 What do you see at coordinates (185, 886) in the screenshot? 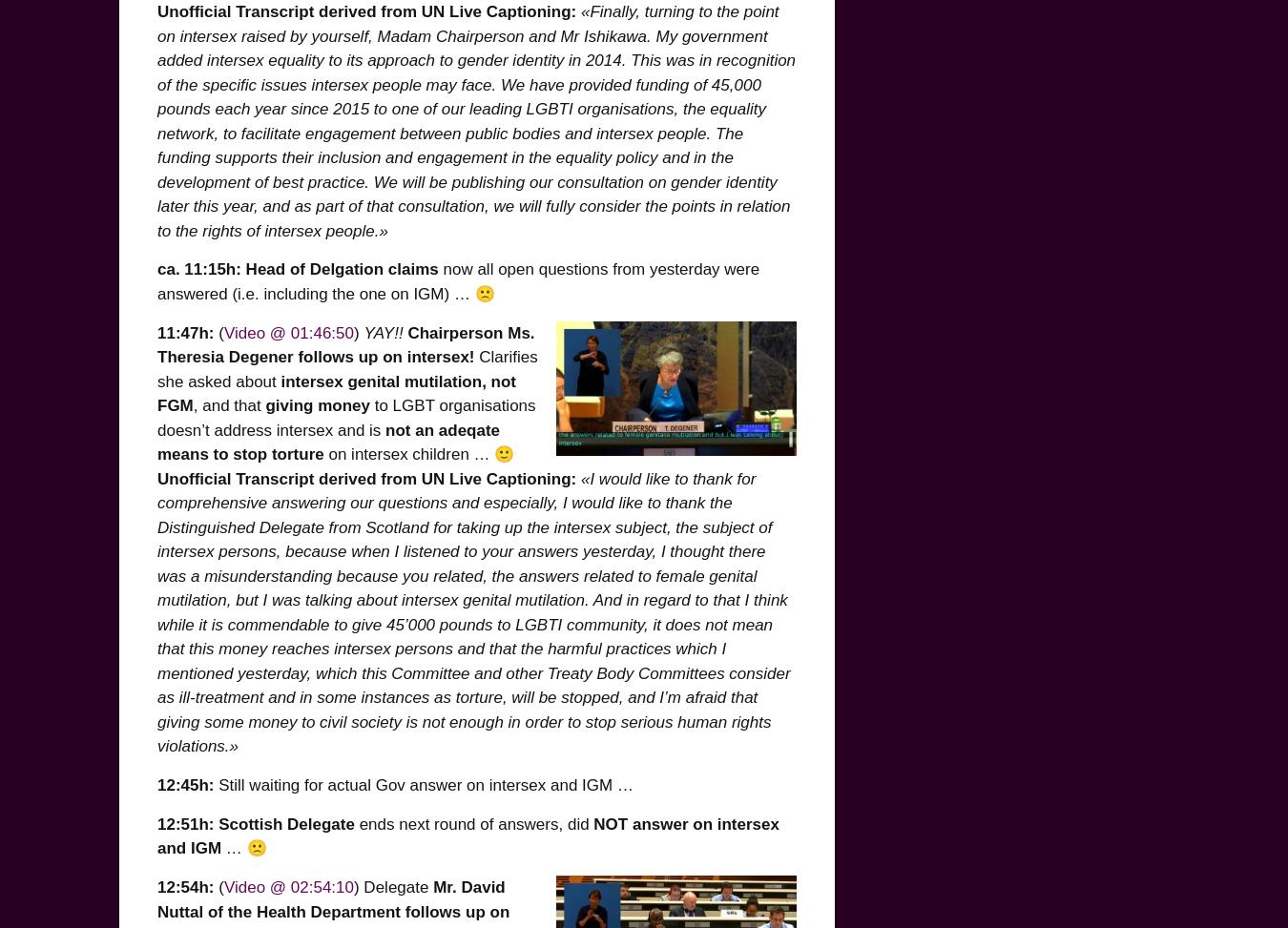
I see `'12:54h:'` at bounding box center [185, 886].